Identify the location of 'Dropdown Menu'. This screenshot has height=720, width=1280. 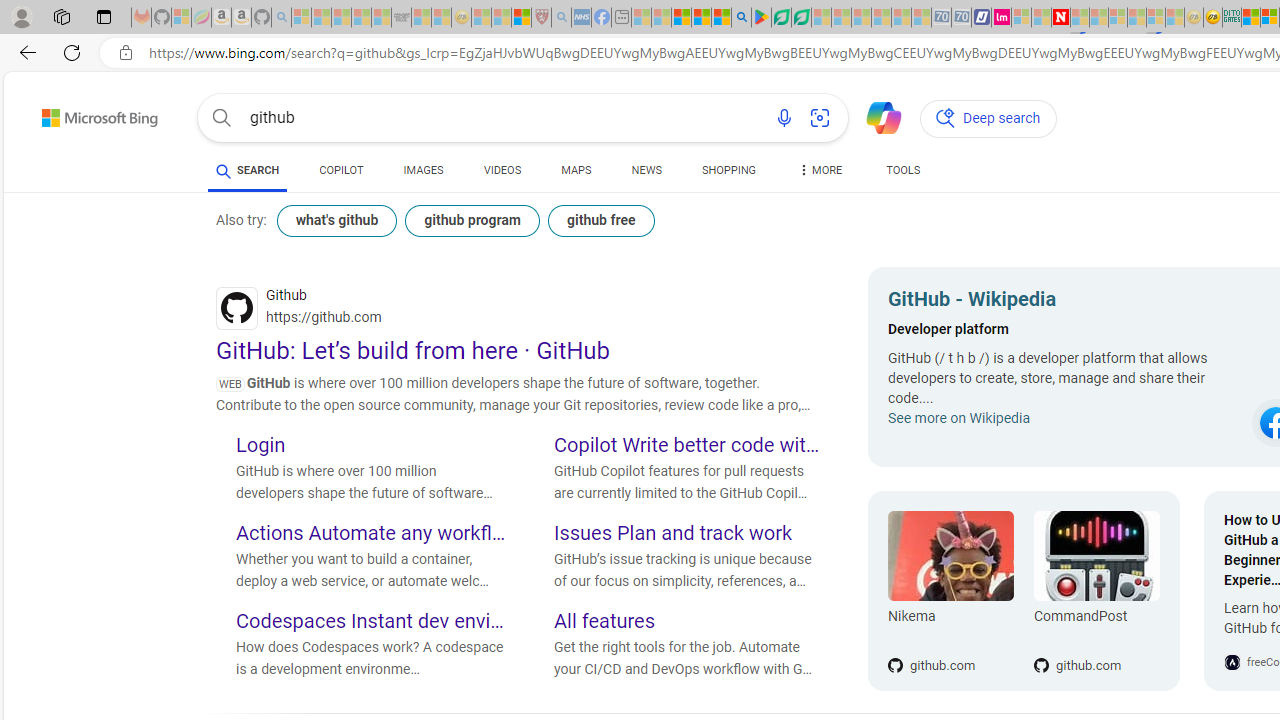
(819, 170).